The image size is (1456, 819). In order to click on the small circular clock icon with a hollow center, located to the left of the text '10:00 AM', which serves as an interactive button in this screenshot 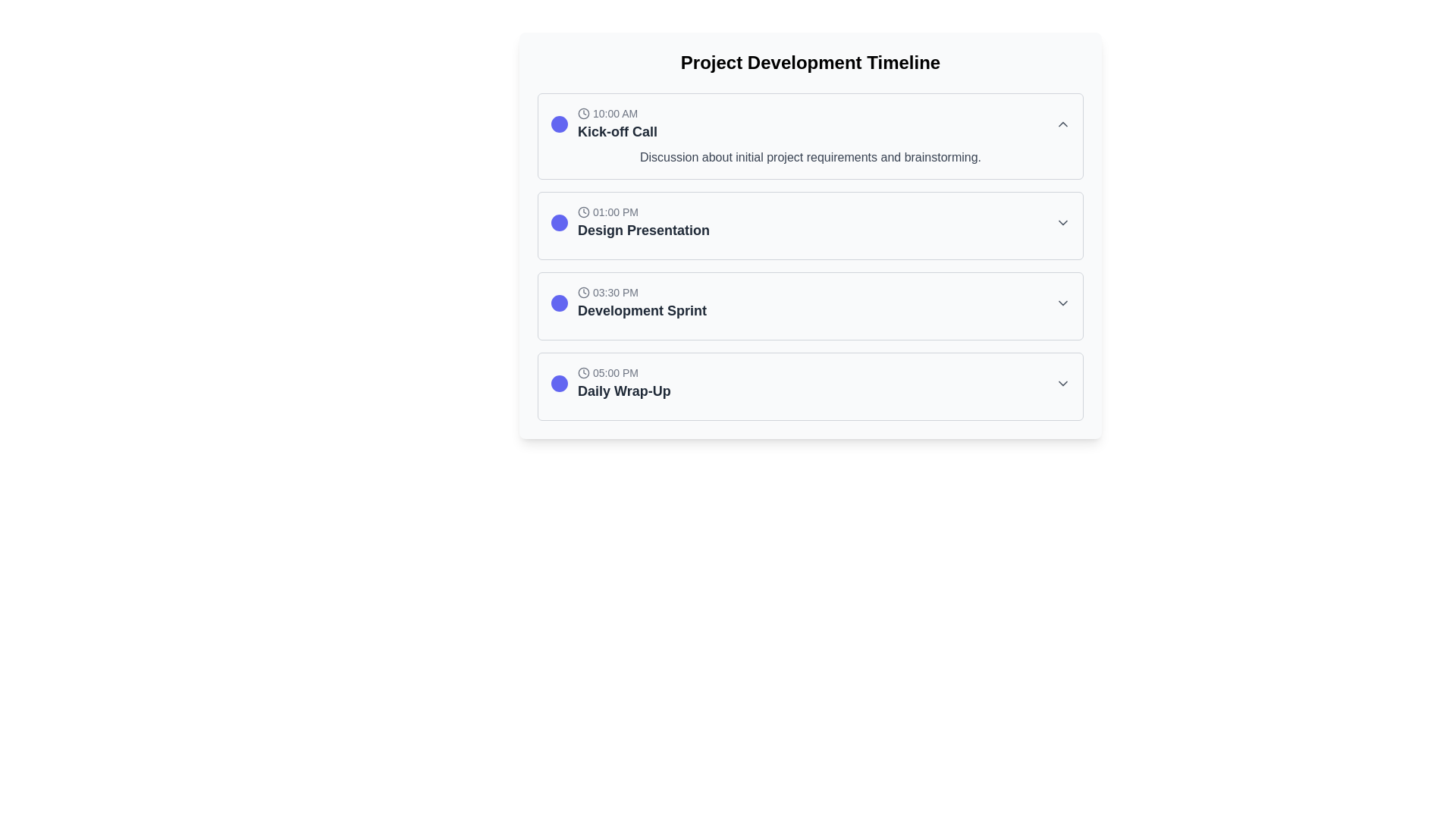, I will do `click(582, 113)`.